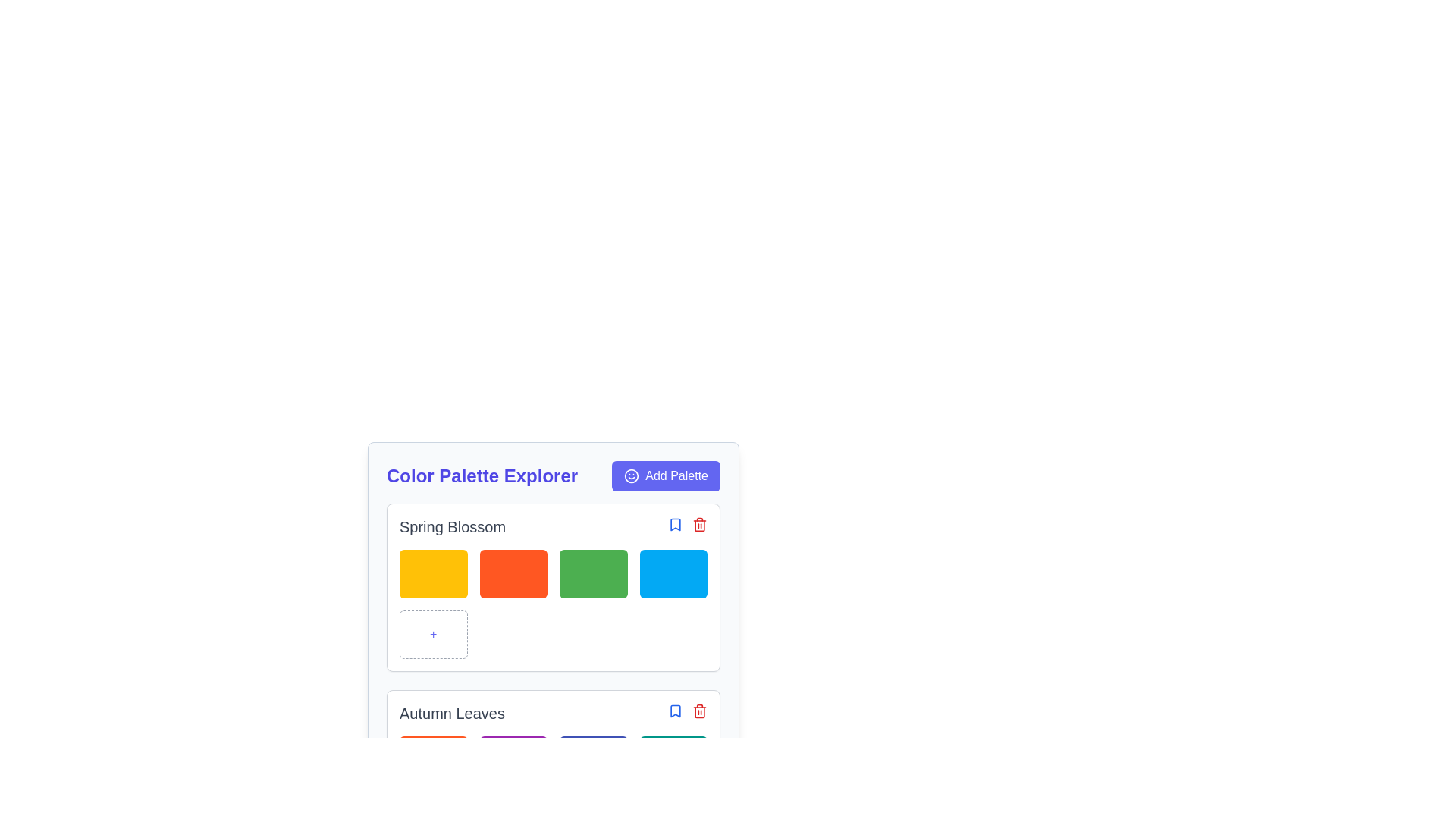  I want to click on the vivid green color block with rounded corners, the third item in the horizontal list of color samples under the 'Color Palette Explorer' title, so click(552, 587).